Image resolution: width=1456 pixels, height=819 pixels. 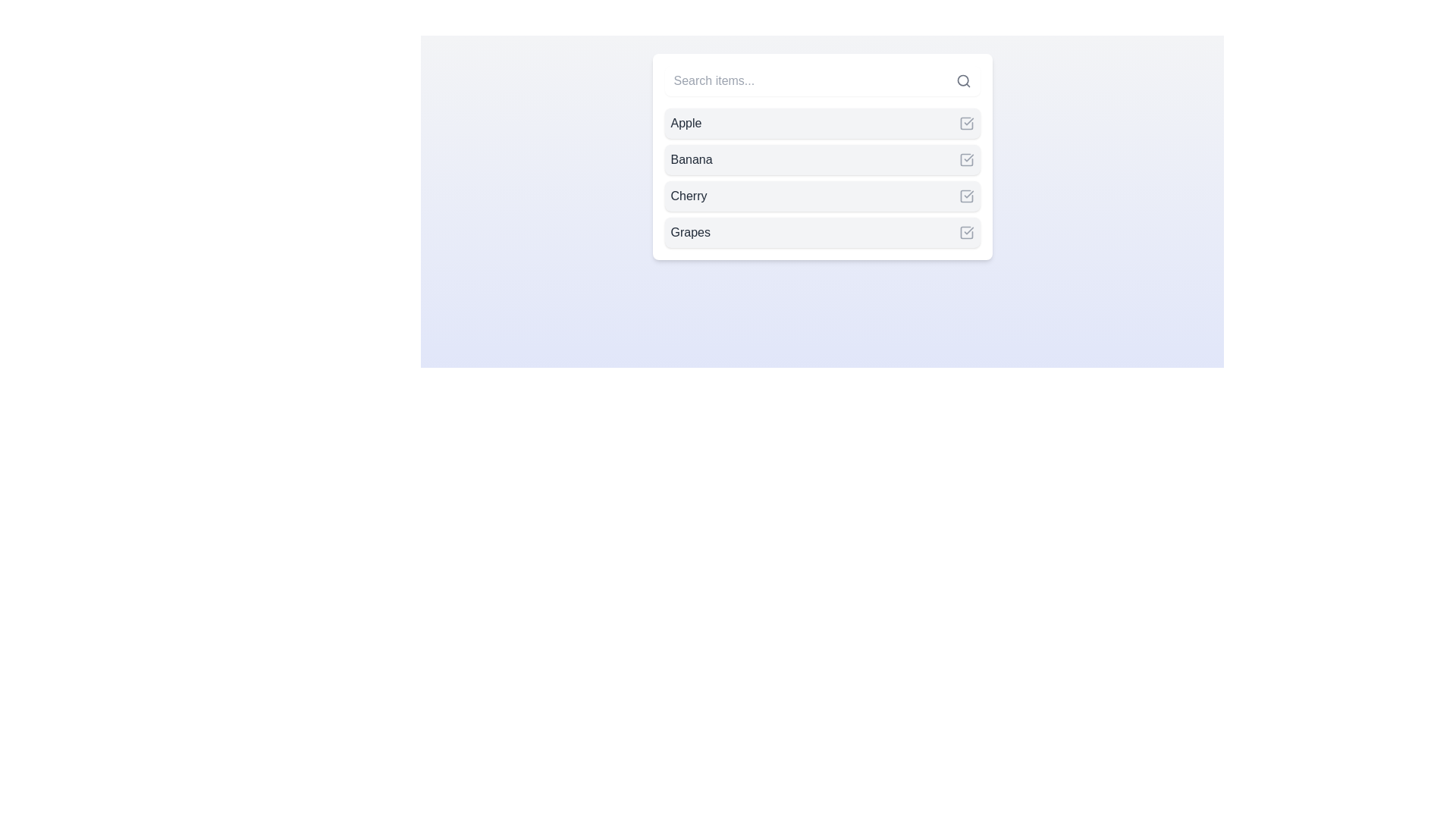 What do you see at coordinates (821, 233) in the screenshot?
I see `the fourth item in the selectable list labeled 'Grapes'` at bounding box center [821, 233].